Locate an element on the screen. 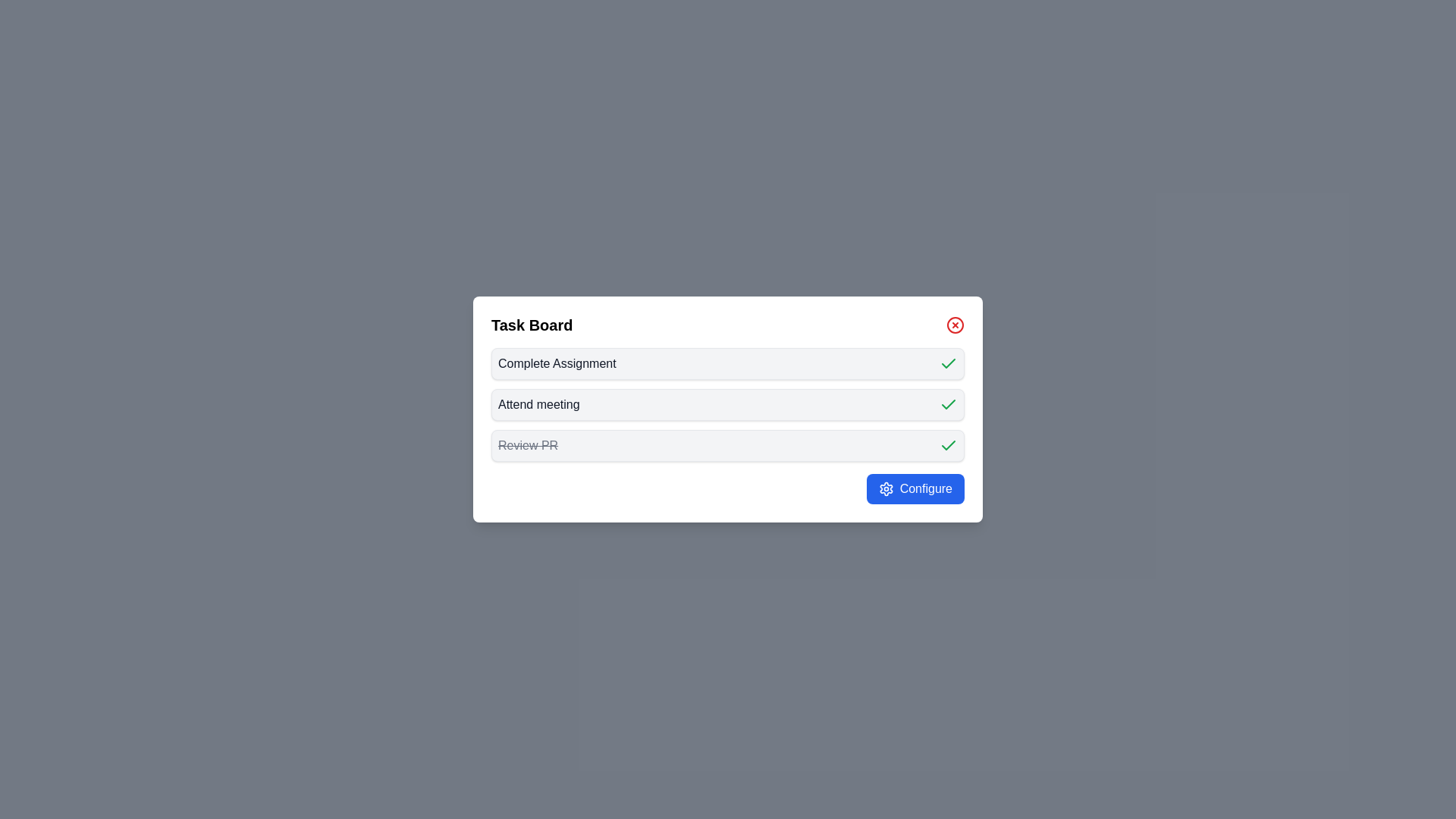  close button at the top-right corner of the Task Board dialog is located at coordinates (954, 324).